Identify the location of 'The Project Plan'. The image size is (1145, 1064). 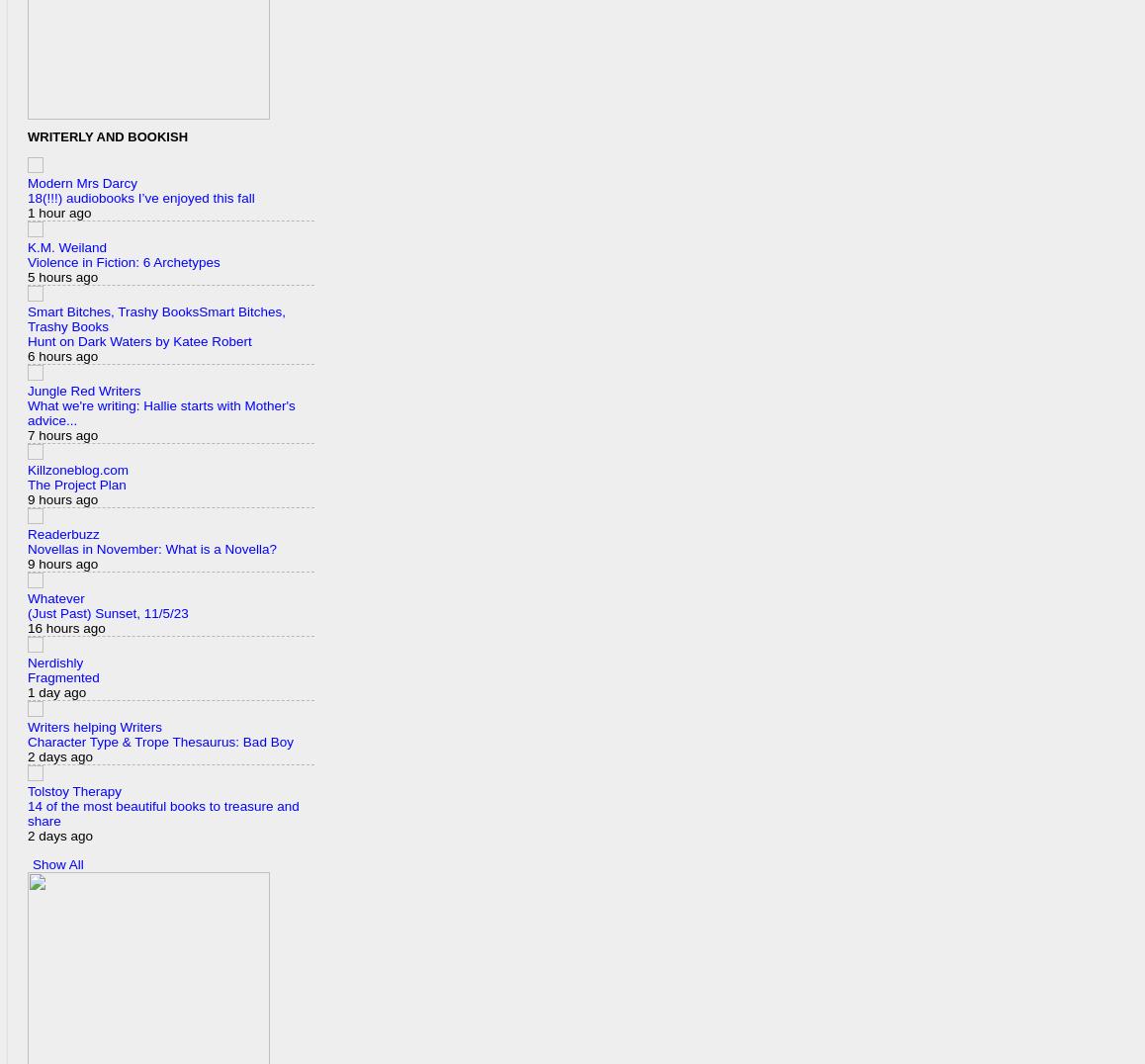
(76, 484).